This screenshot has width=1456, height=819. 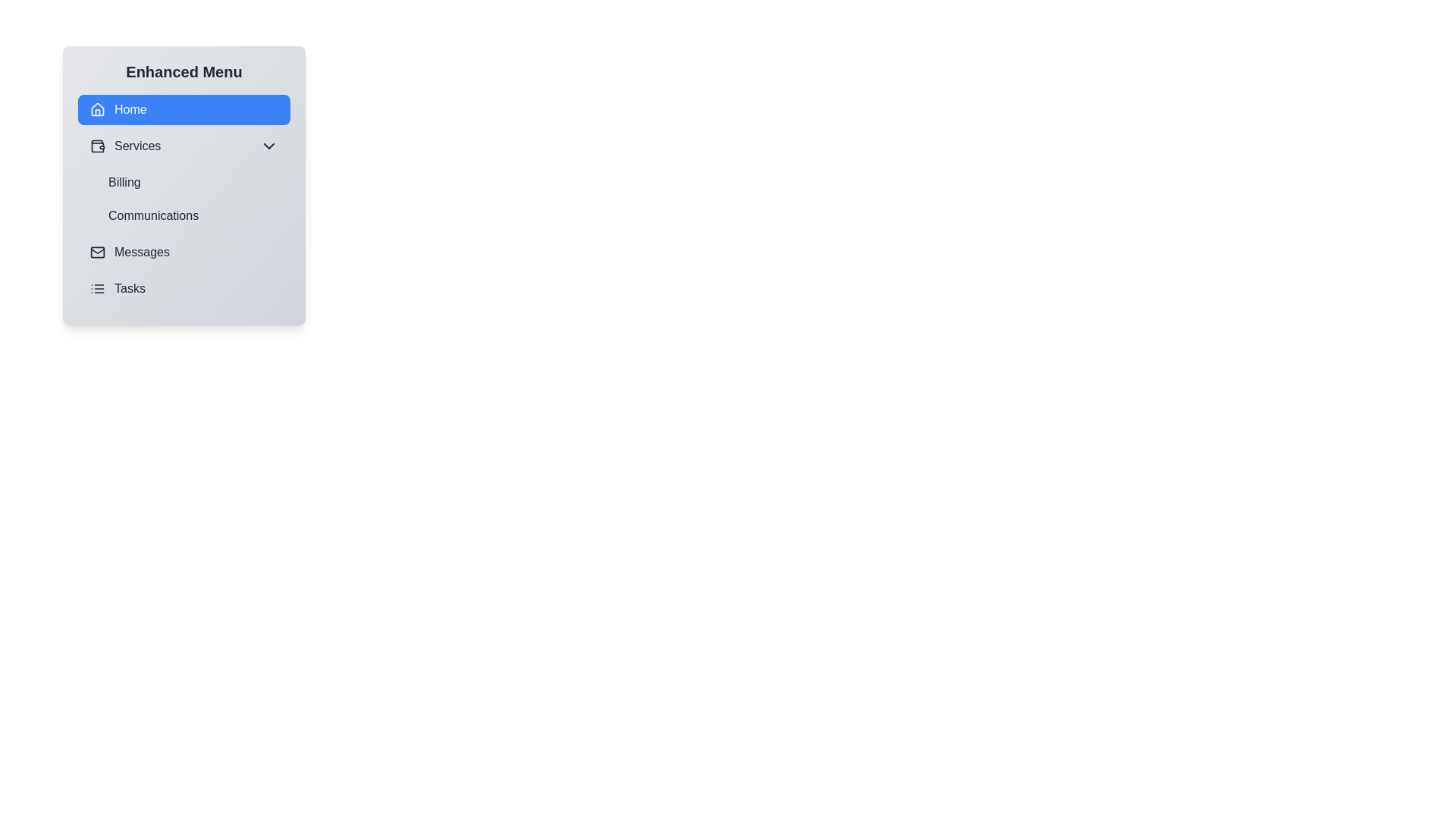 What do you see at coordinates (130, 109) in the screenshot?
I see `the 'Home' label or navigation link located in the vertical navigation menu near the top, which is accompanied by a house icon to its left` at bounding box center [130, 109].